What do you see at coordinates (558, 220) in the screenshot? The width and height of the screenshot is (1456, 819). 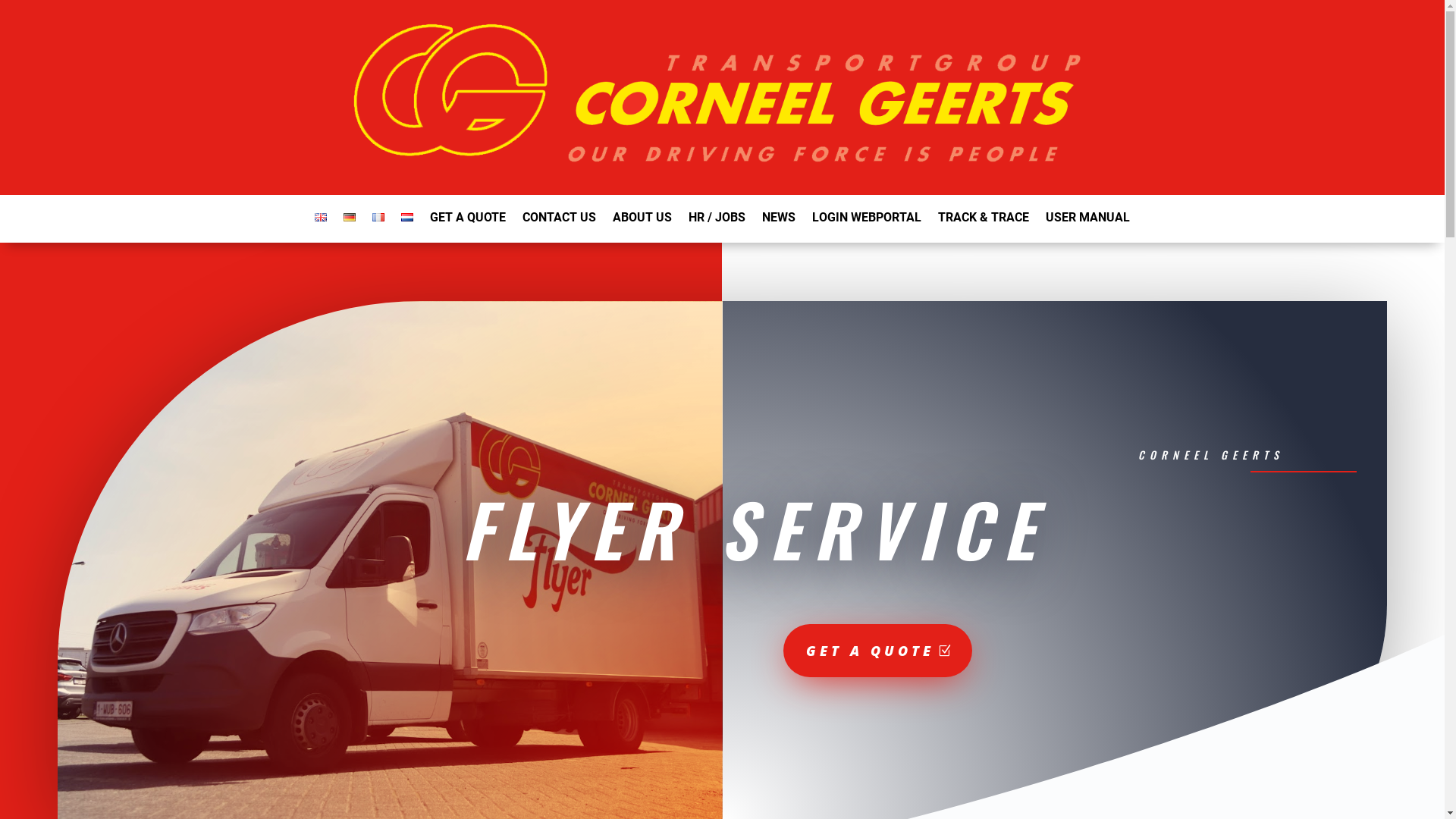 I see `'CONTACT US'` at bounding box center [558, 220].